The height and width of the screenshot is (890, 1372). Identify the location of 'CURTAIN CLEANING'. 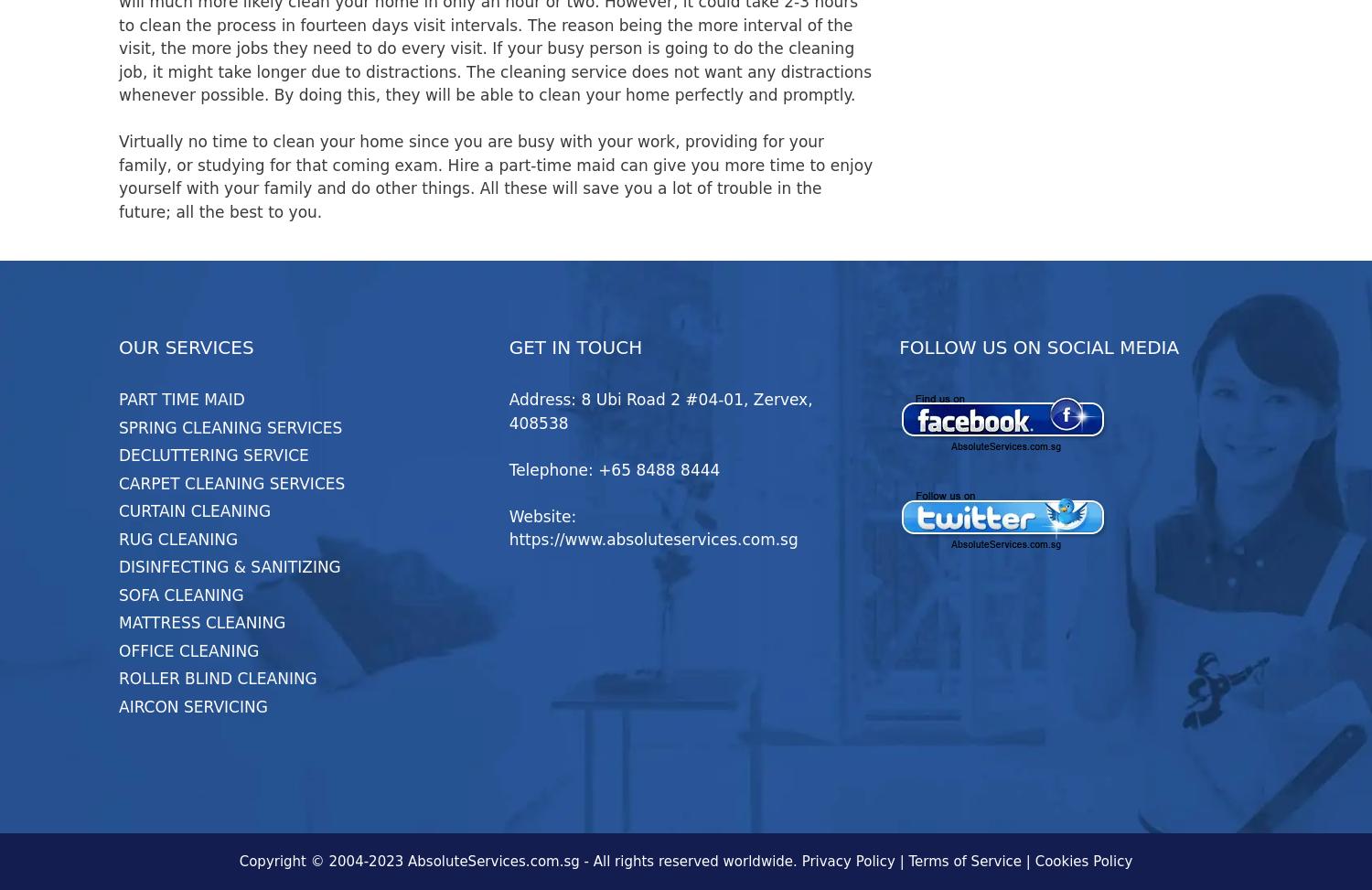
(193, 510).